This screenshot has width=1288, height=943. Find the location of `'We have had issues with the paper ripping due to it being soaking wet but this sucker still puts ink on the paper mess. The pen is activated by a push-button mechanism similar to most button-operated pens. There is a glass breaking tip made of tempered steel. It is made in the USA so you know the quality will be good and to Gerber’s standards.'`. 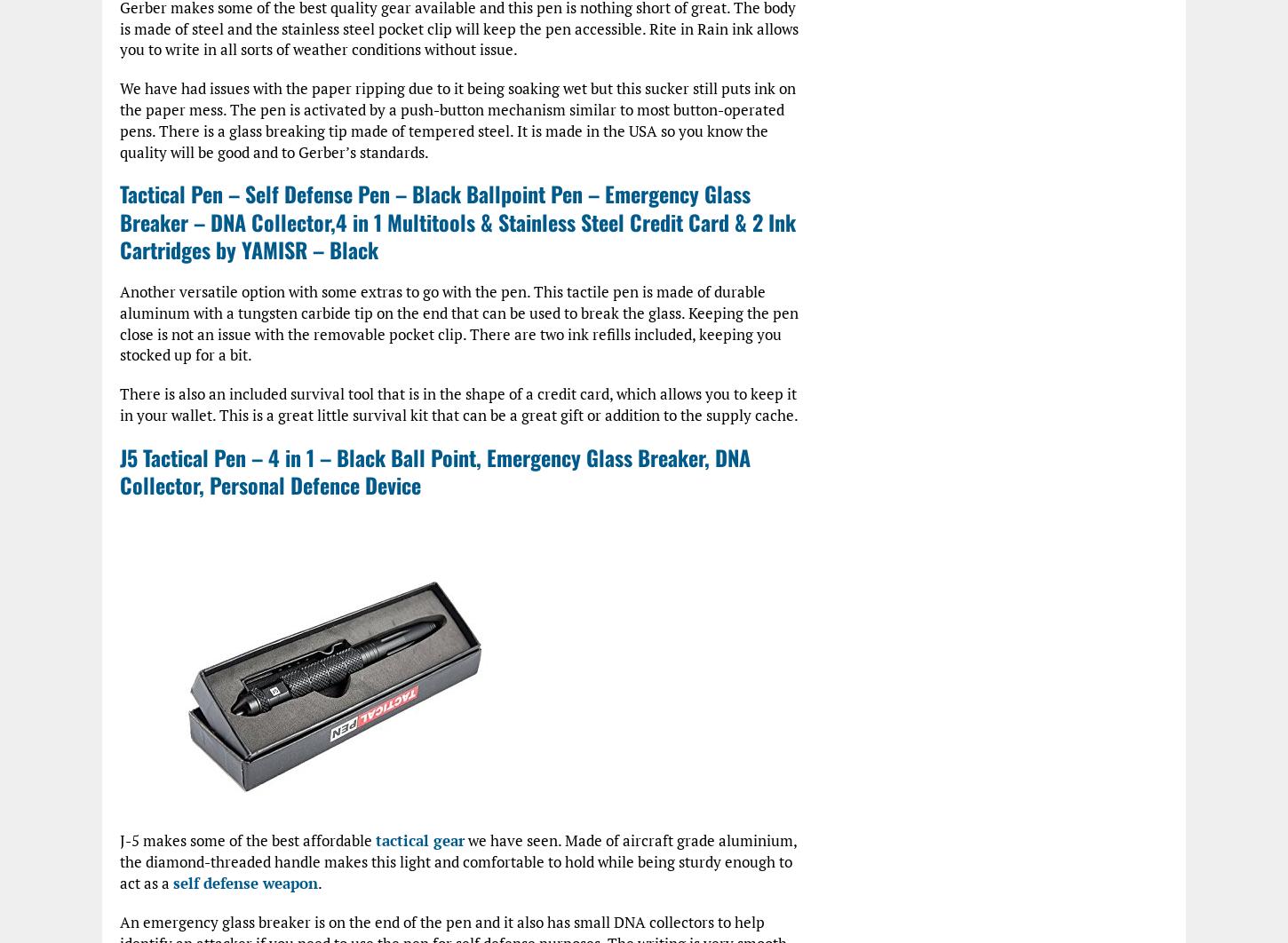

'We have had issues with the paper ripping due to it being soaking wet but this sucker still puts ink on the paper mess. The pen is activated by a push-button mechanism similar to most button-operated pens. There is a glass breaking tip made of tempered steel. It is made in the USA so you know the quality will be good and to Gerber’s standards.' is located at coordinates (118, 119).